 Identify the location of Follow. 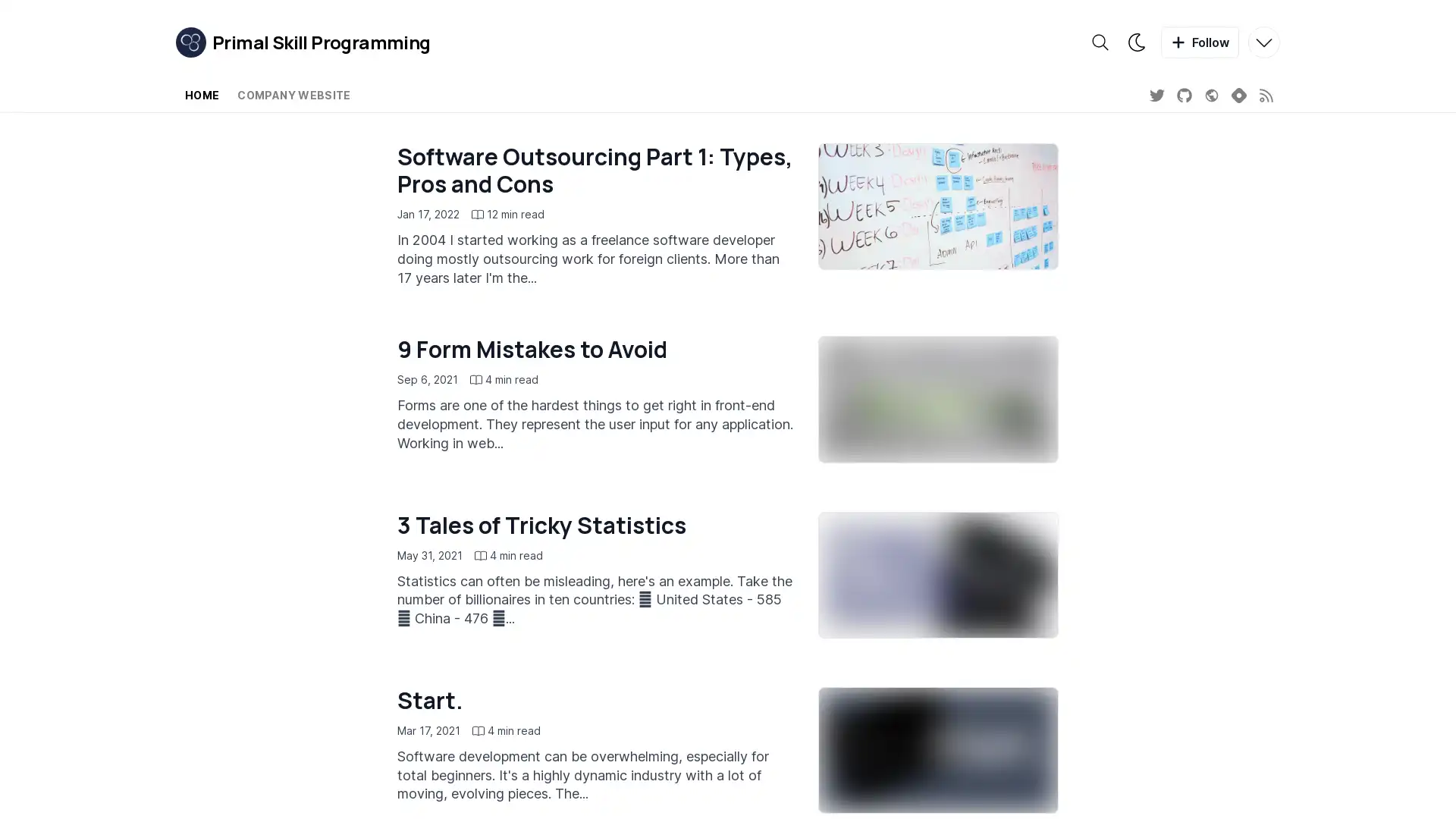
(1199, 42).